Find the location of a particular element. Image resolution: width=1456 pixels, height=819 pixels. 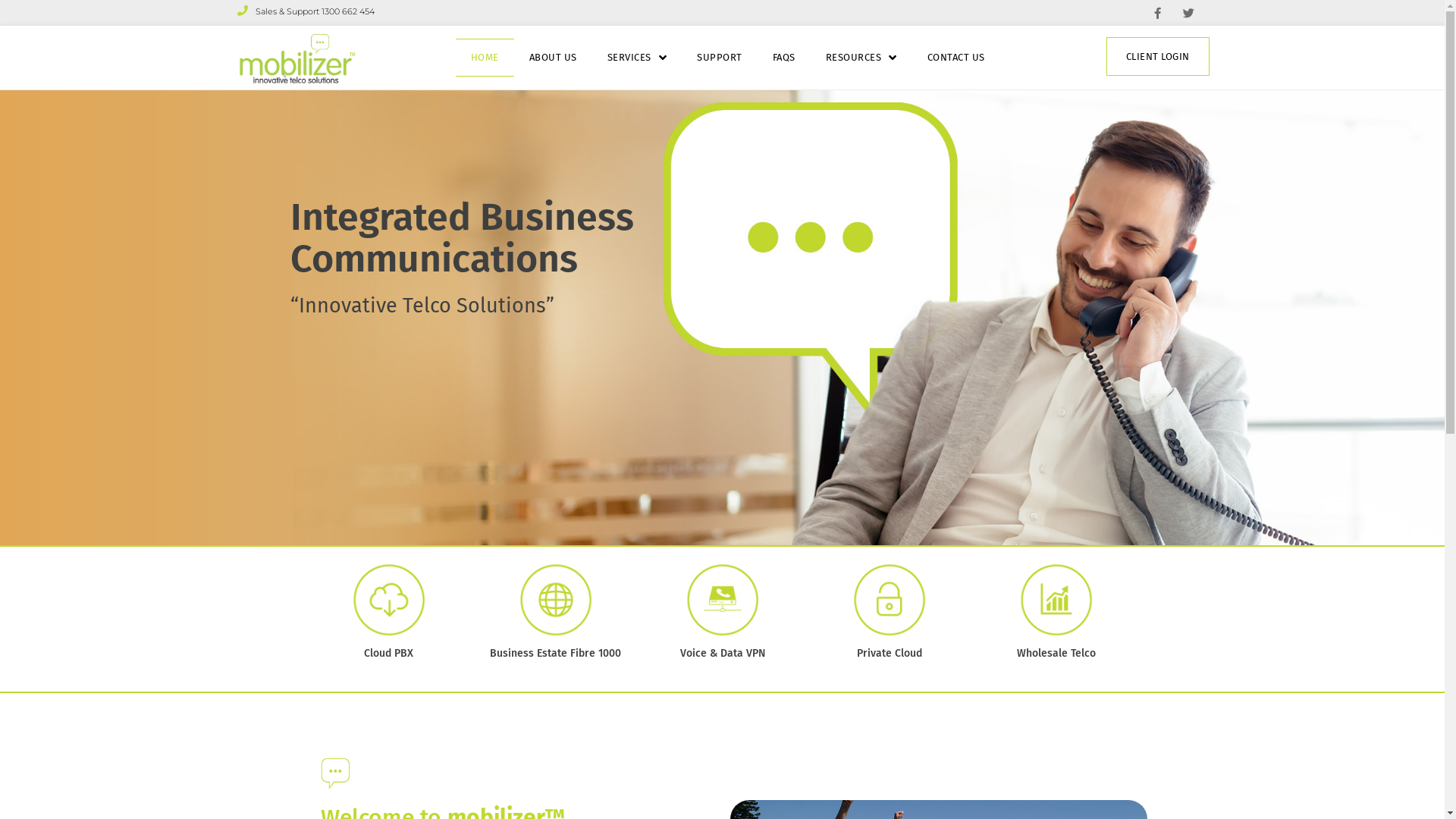

'SUPPORT' is located at coordinates (719, 57).